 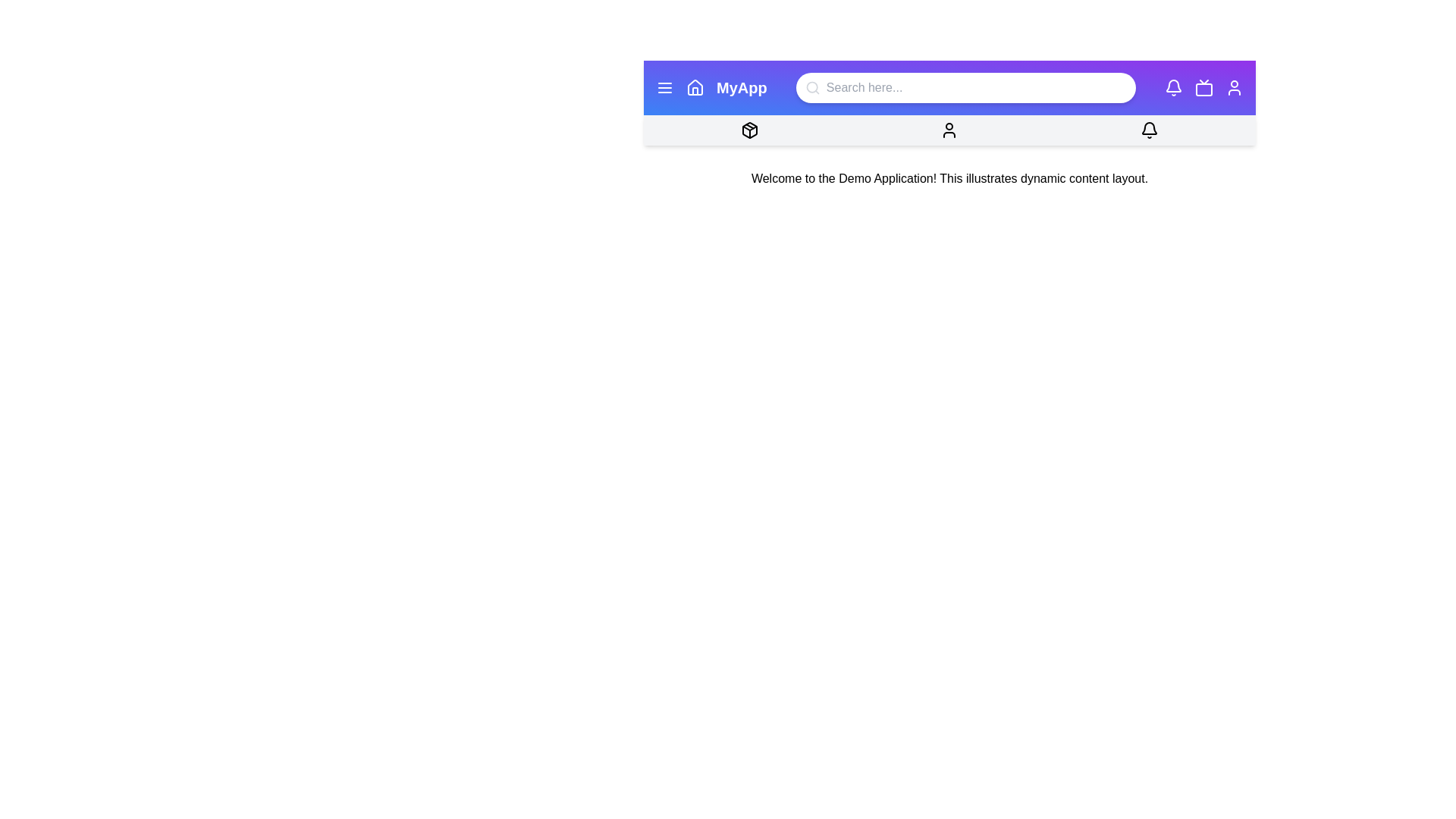 I want to click on the text element to view the content description, so click(x=949, y=177).